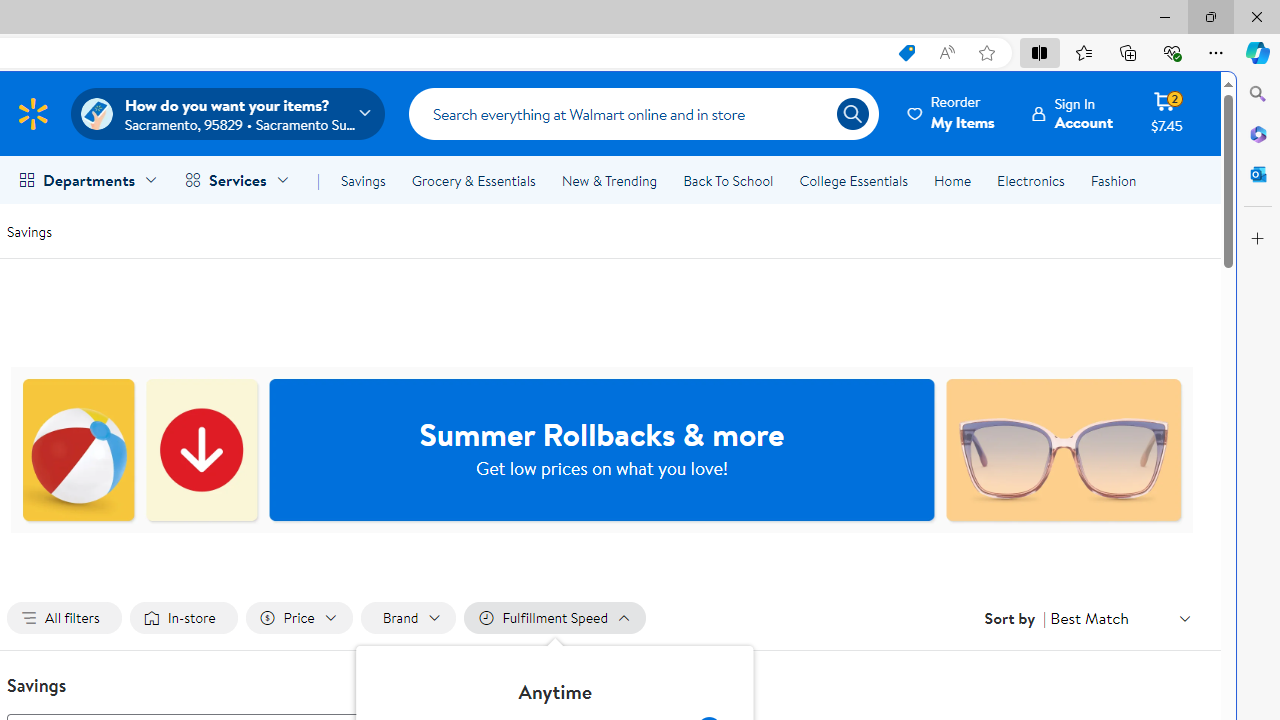 The height and width of the screenshot is (720, 1280). What do you see at coordinates (853, 181) in the screenshot?
I see `'College Essentials'` at bounding box center [853, 181].